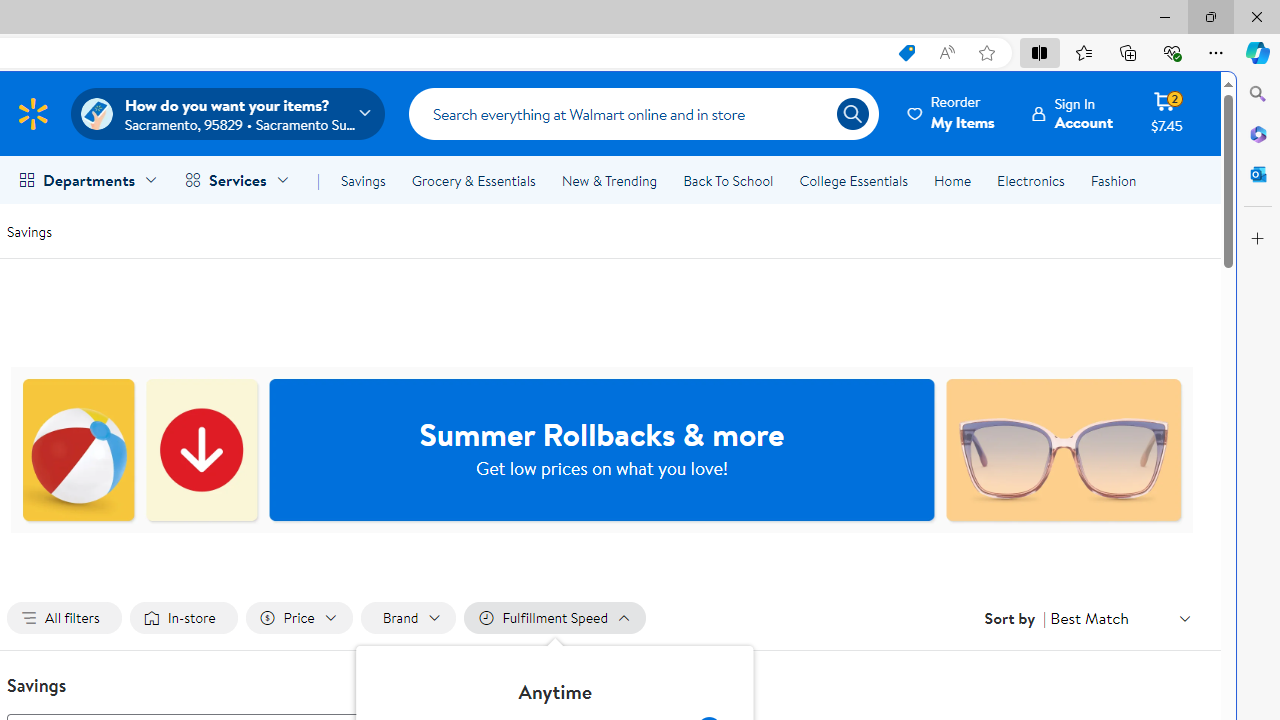 The height and width of the screenshot is (720, 1280). What do you see at coordinates (853, 181) in the screenshot?
I see `'College Essentials'` at bounding box center [853, 181].